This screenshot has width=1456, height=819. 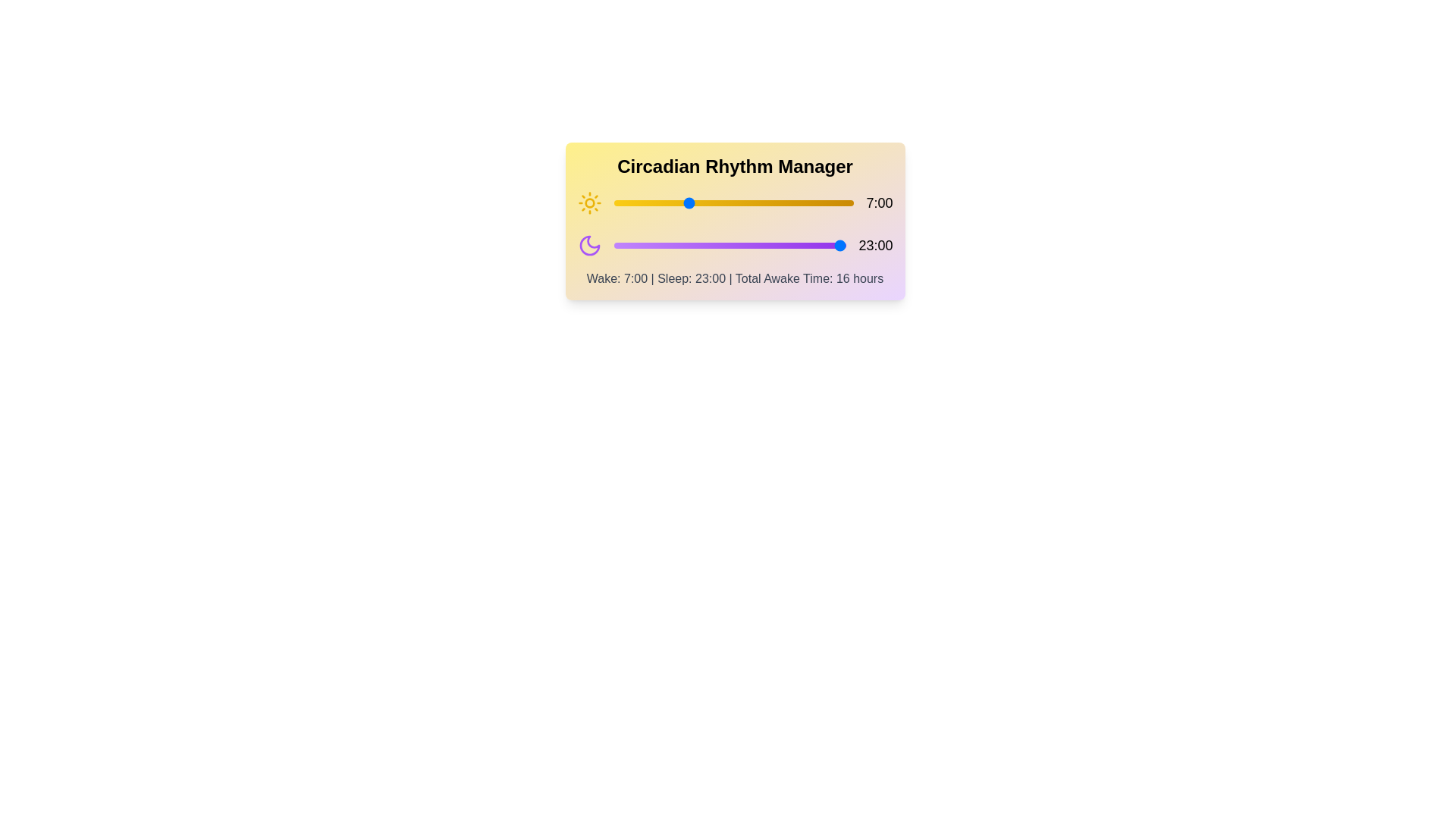 What do you see at coordinates (696, 202) in the screenshot?
I see `the wake hour to 8 by moving the slider` at bounding box center [696, 202].